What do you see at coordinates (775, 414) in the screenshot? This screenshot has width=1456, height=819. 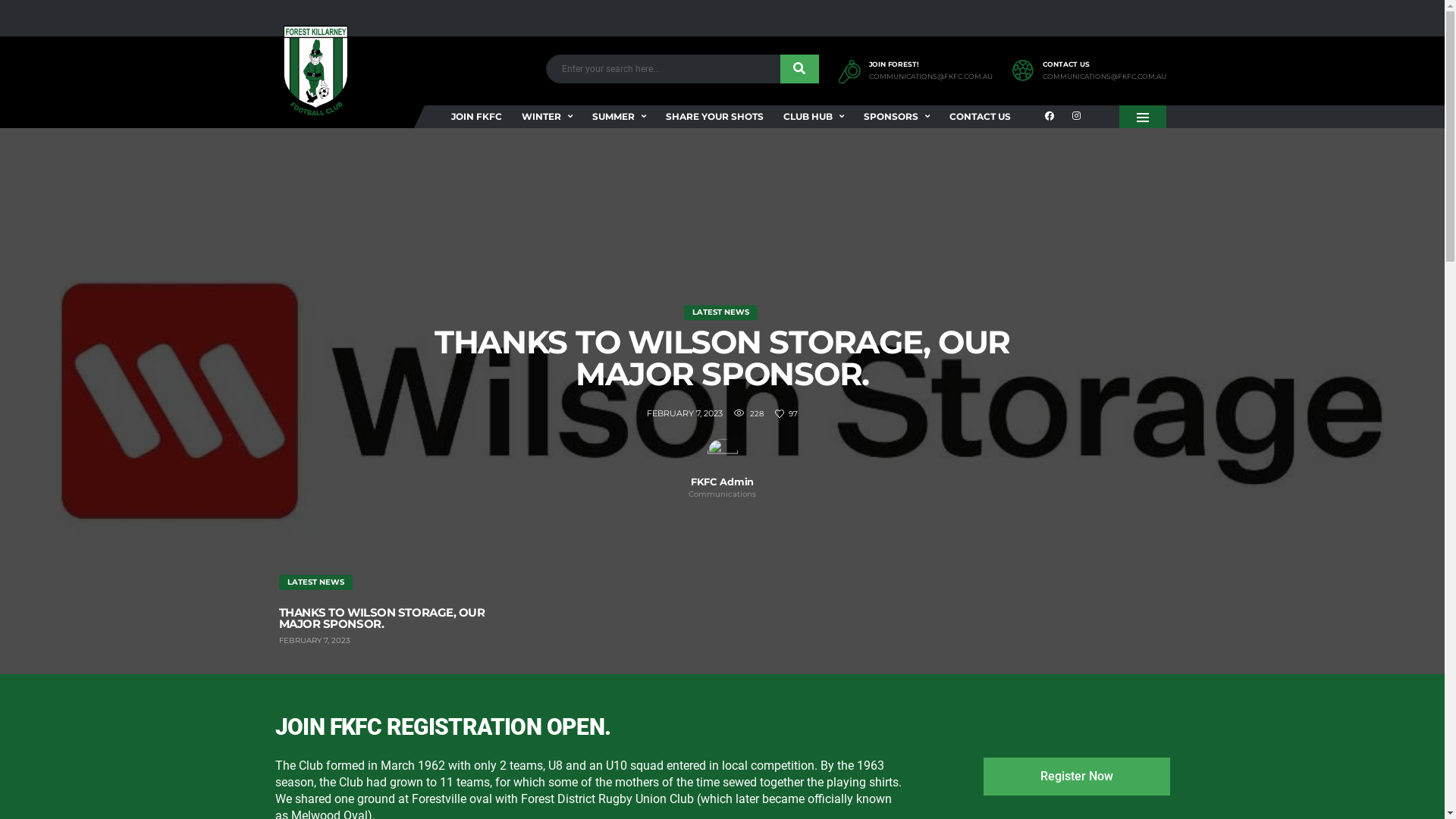 I see `'97'` at bounding box center [775, 414].